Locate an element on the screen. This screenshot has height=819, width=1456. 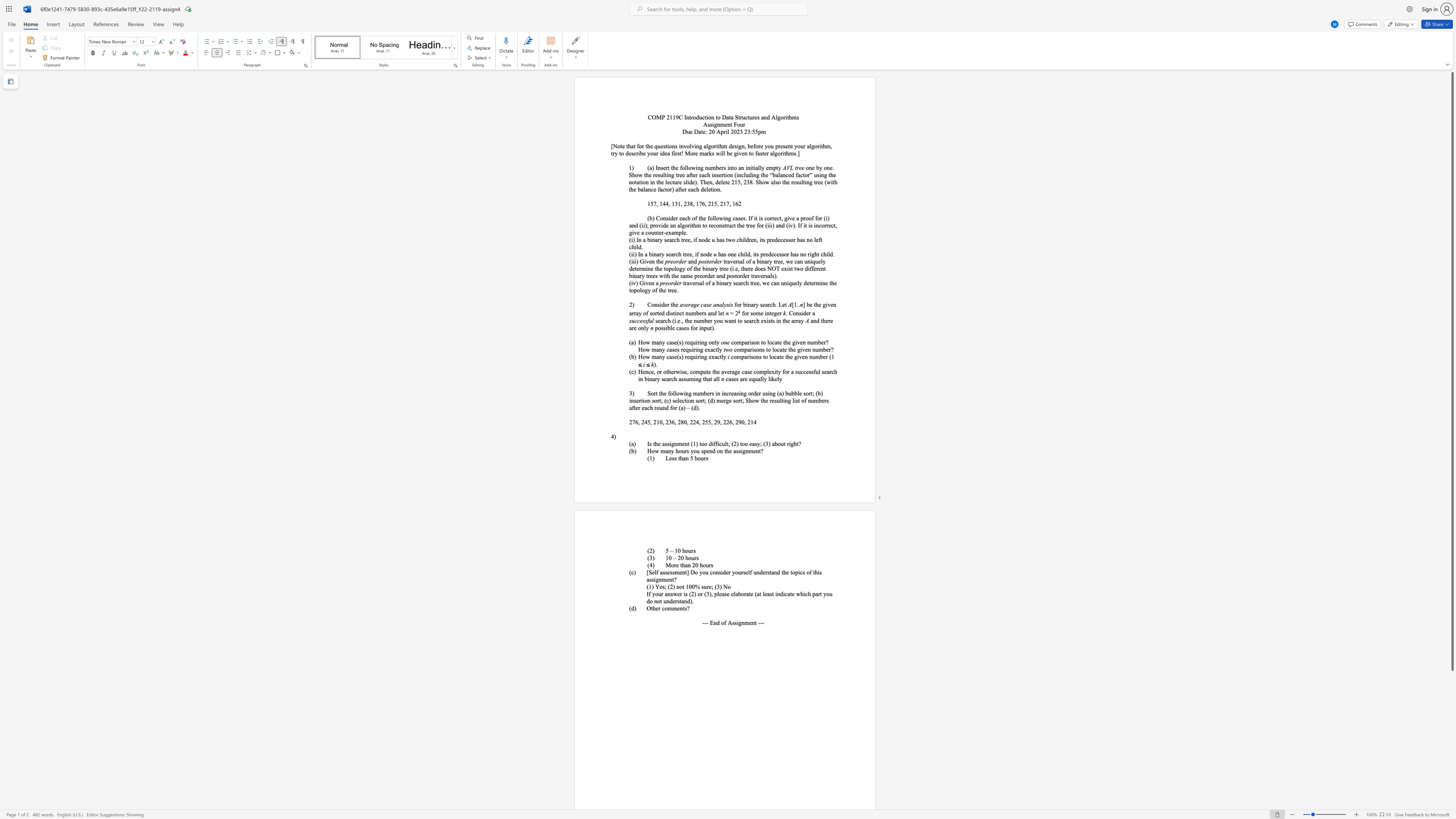
the 1th character "9" in the text is located at coordinates (677, 117).